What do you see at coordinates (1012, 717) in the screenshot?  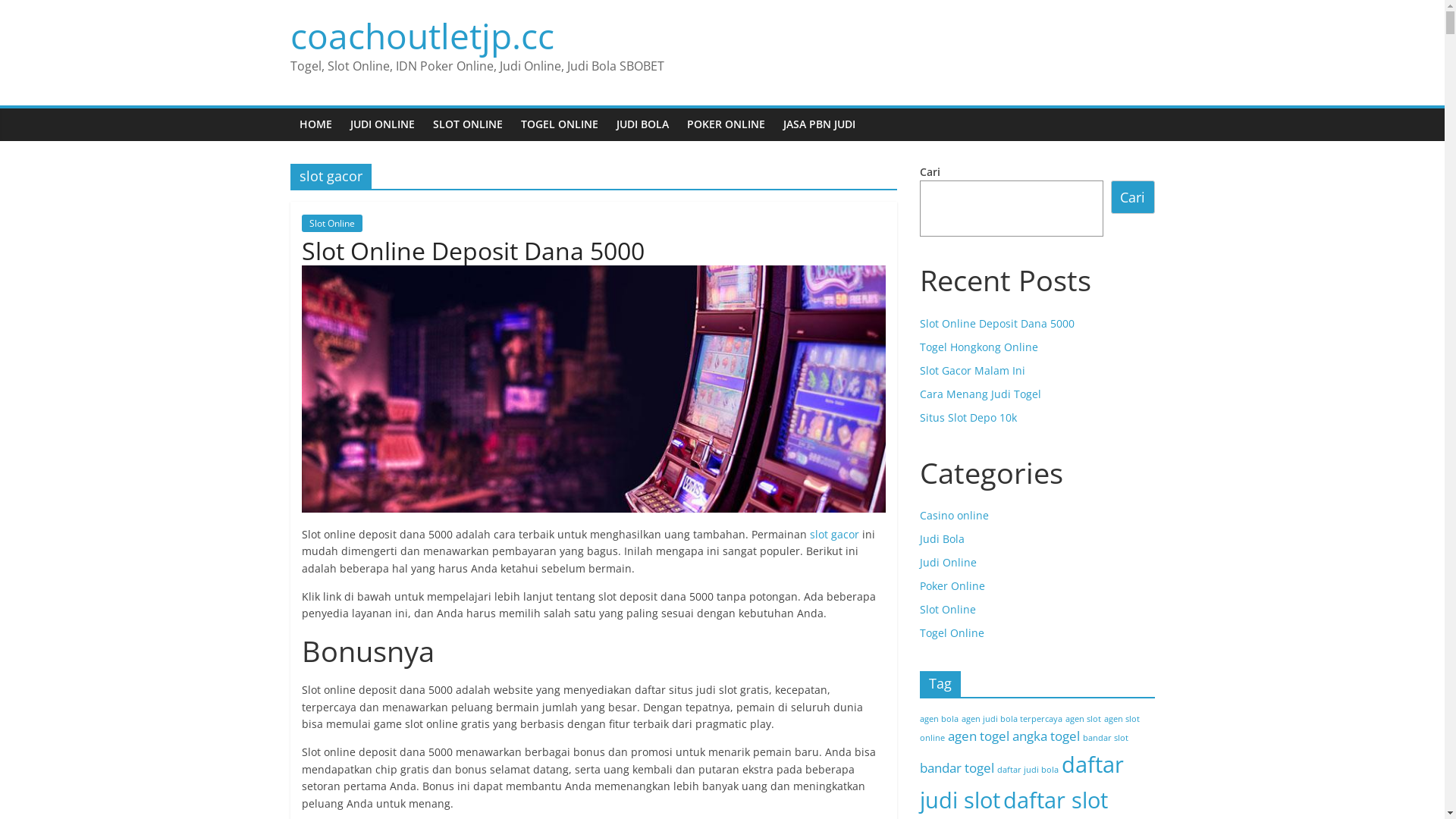 I see `'agen judi bola terpercaya'` at bounding box center [1012, 717].